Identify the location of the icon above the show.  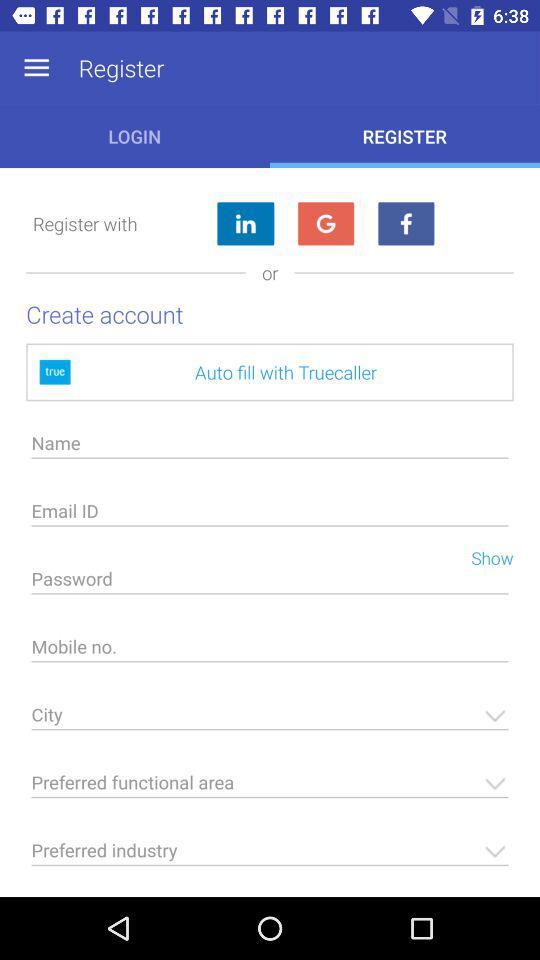
(270, 515).